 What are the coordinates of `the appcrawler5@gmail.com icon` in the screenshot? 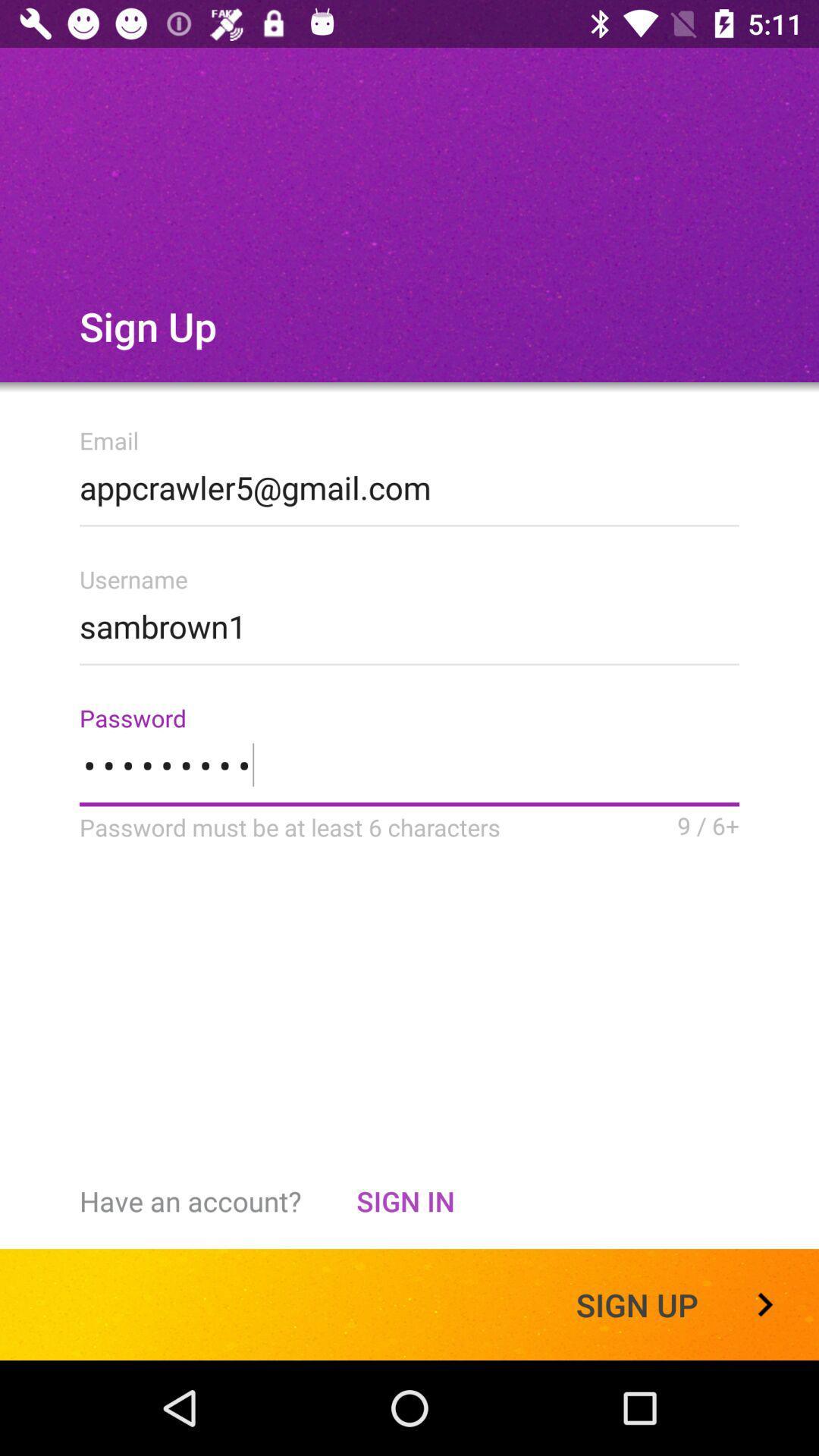 It's located at (409, 482).